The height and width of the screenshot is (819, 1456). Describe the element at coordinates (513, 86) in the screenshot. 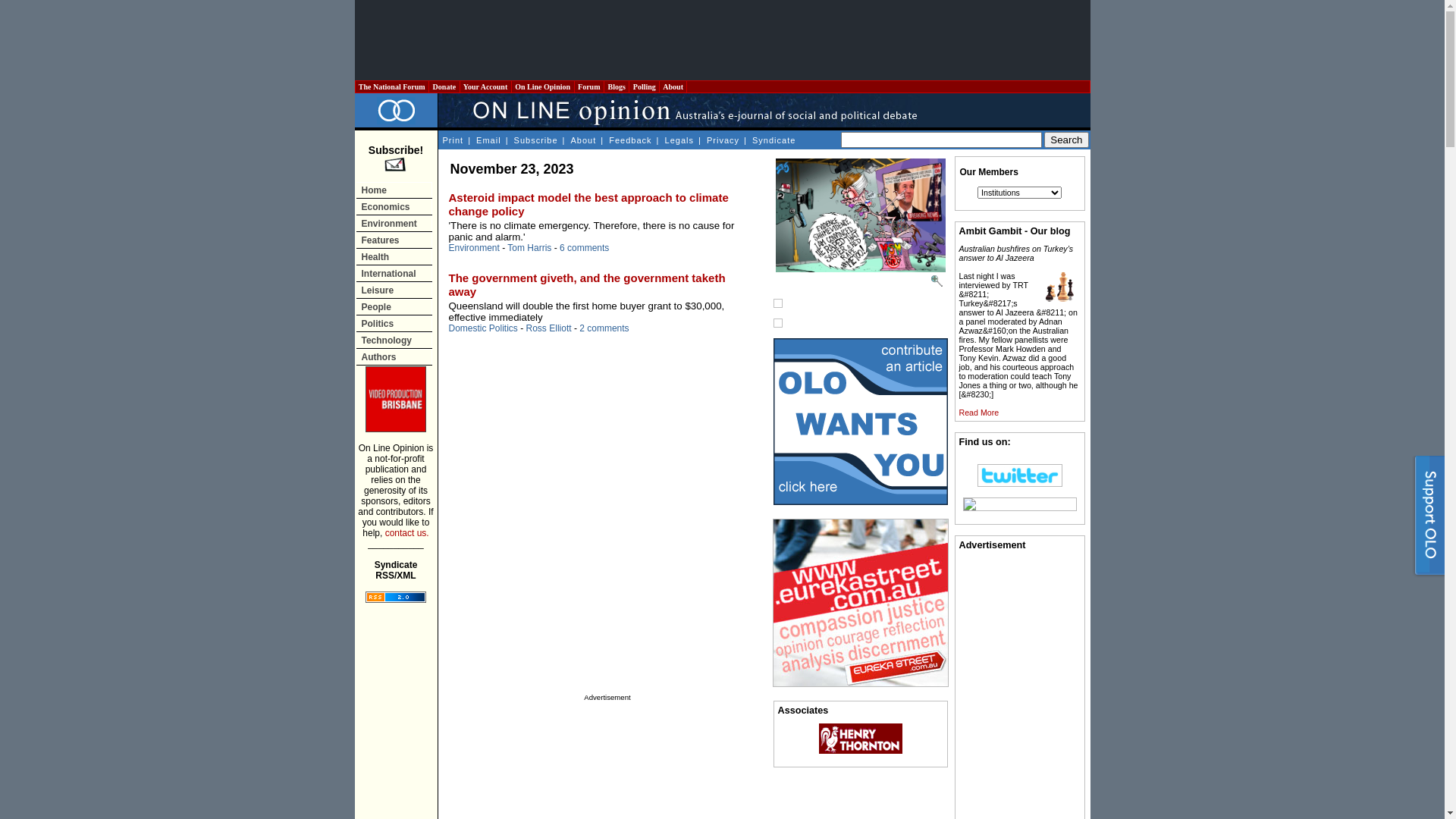

I see `' On Line Opinion '` at that location.